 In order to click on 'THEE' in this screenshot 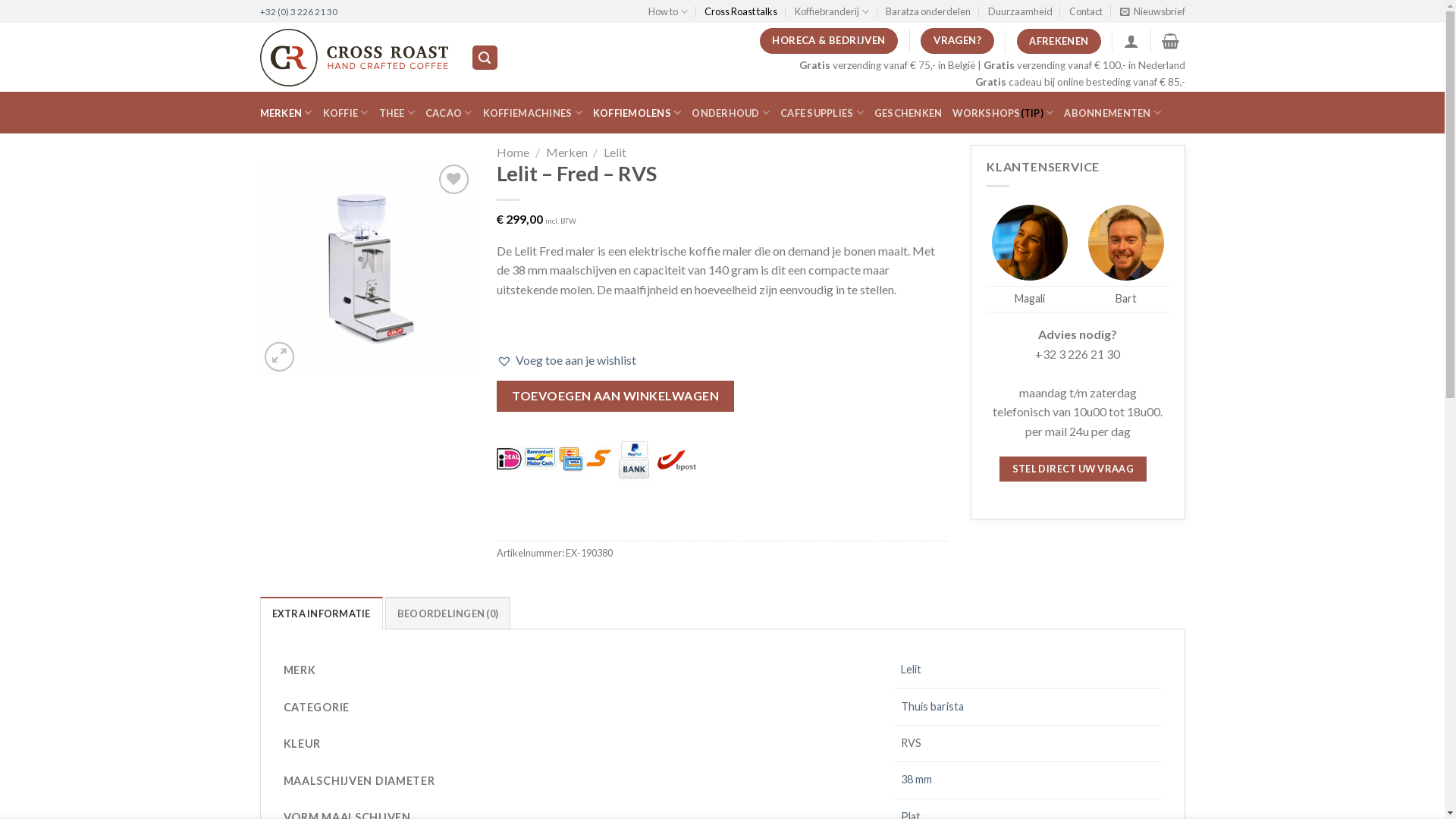, I will do `click(397, 112)`.